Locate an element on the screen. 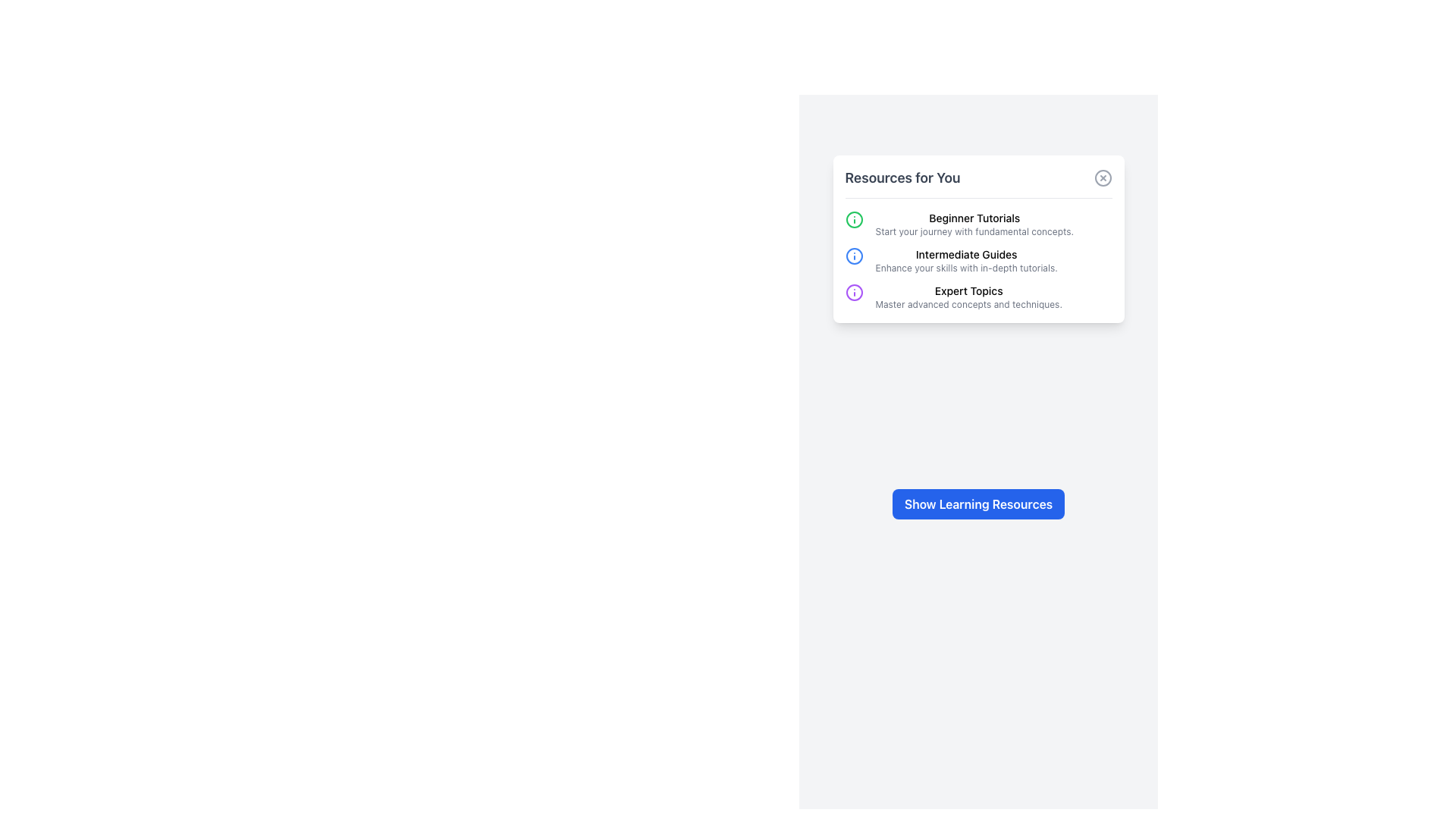  textual content titled 'Expert Topics' which includes the subtitle 'Master advanced concepts and techniques.' located within the Resources for You section is located at coordinates (968, 297).